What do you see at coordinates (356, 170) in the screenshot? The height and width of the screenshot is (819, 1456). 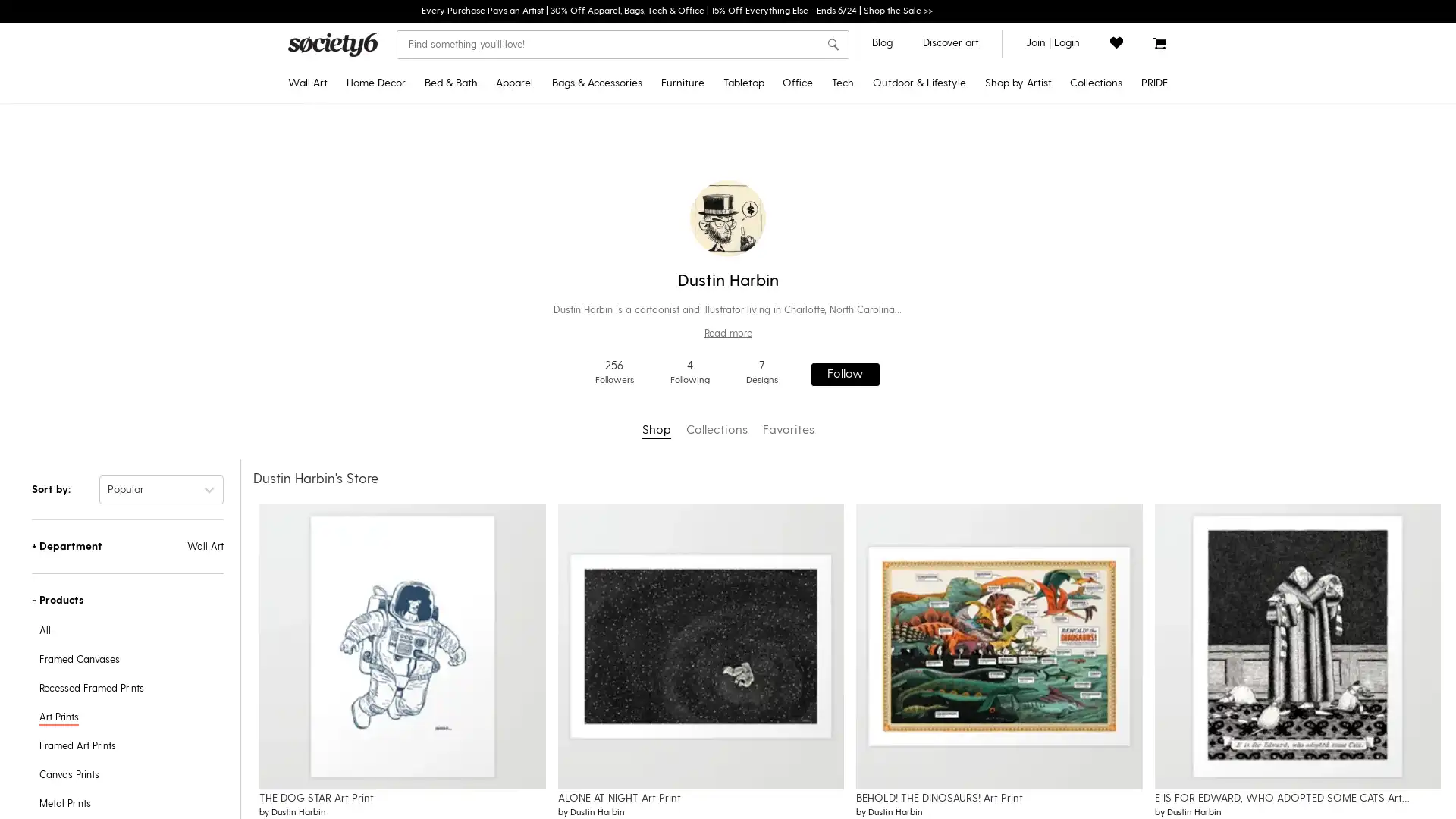 I see `Recessed Framed Prints` at bounding box center [356, 170].